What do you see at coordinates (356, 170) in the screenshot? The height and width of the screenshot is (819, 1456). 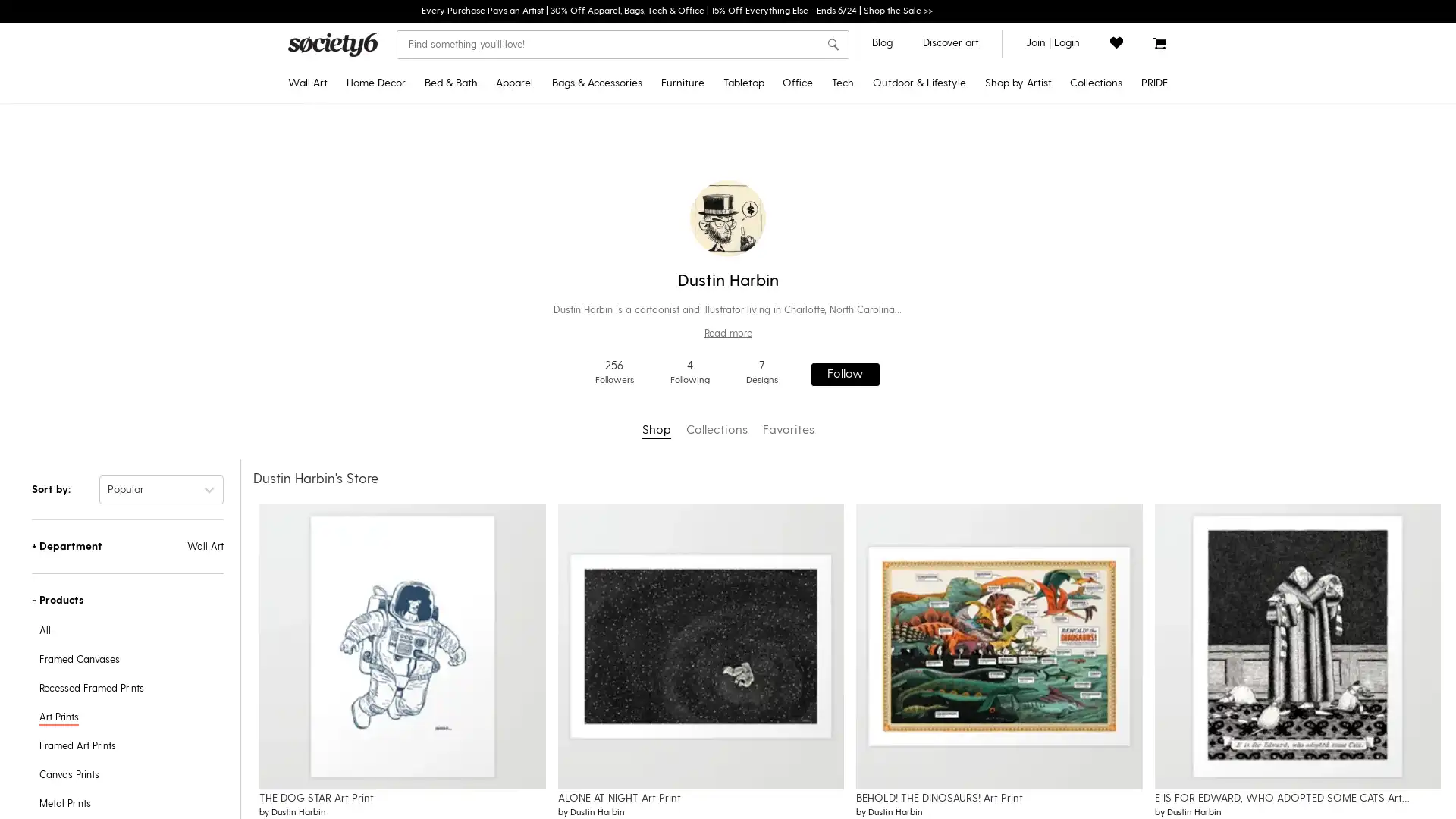 I see `Recessed Framed Prints` at bounding box center [356, 170].